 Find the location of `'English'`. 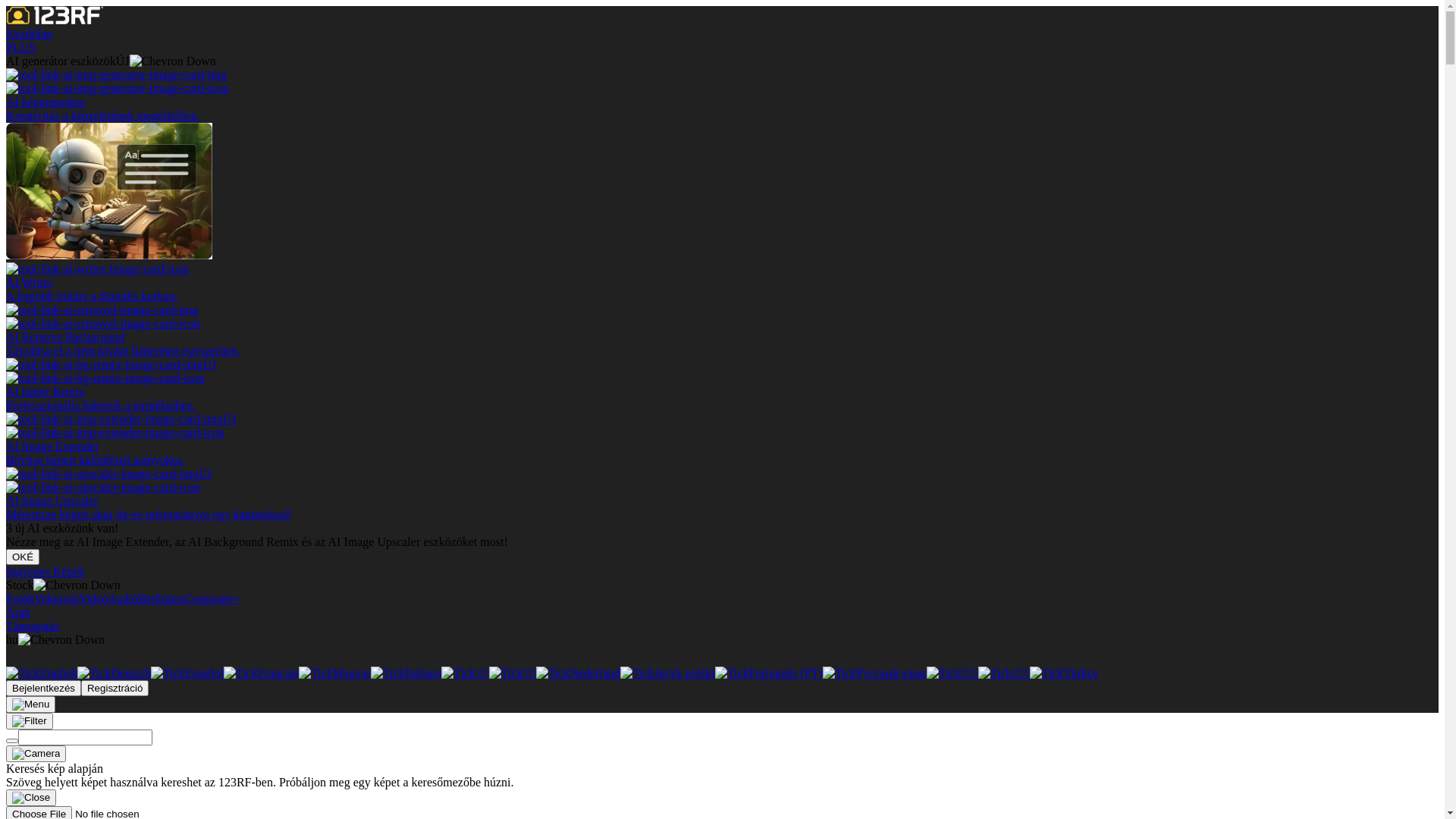

'English' is located at coordinates (6, 672).